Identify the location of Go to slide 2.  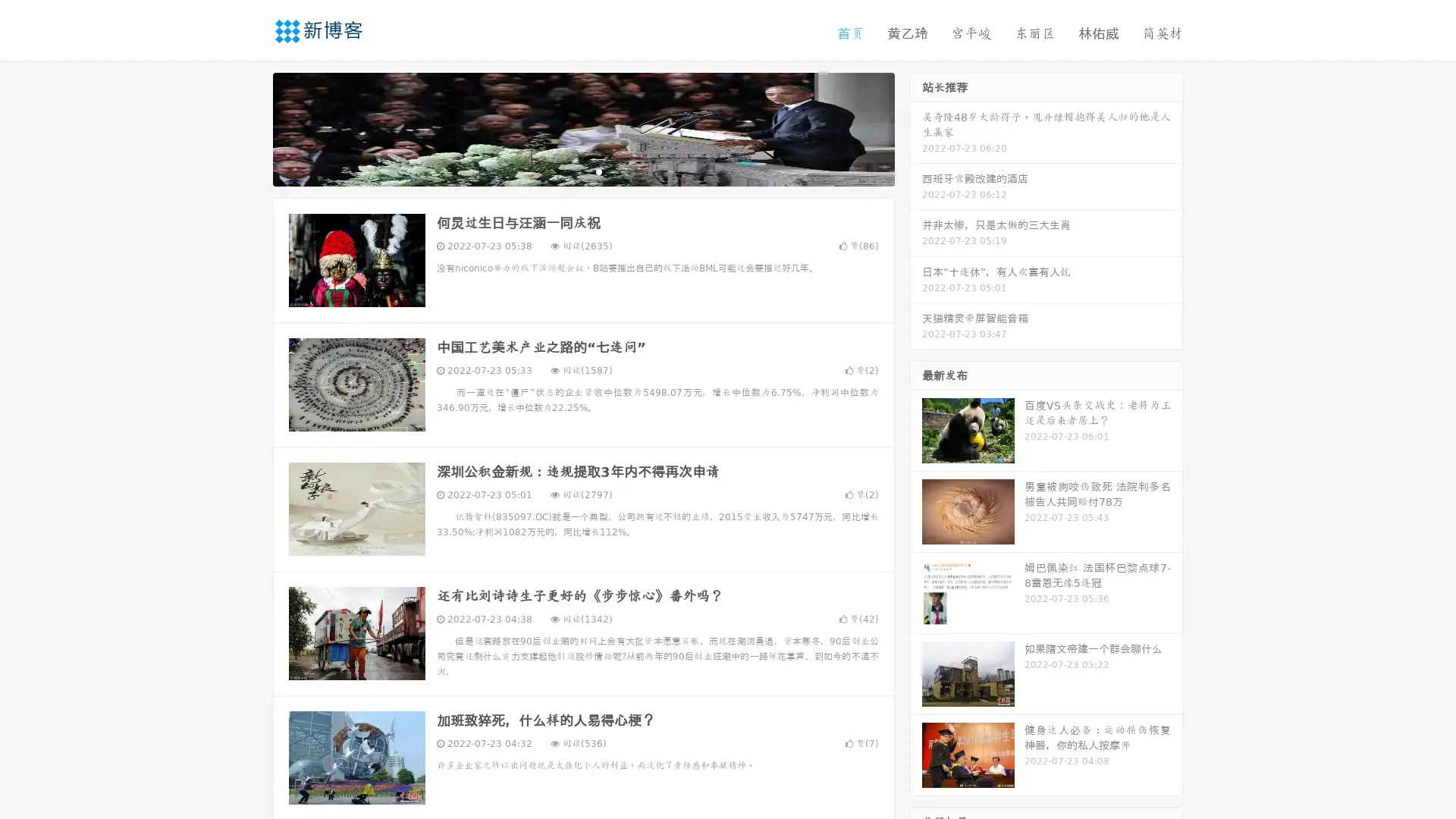
(582, 171).